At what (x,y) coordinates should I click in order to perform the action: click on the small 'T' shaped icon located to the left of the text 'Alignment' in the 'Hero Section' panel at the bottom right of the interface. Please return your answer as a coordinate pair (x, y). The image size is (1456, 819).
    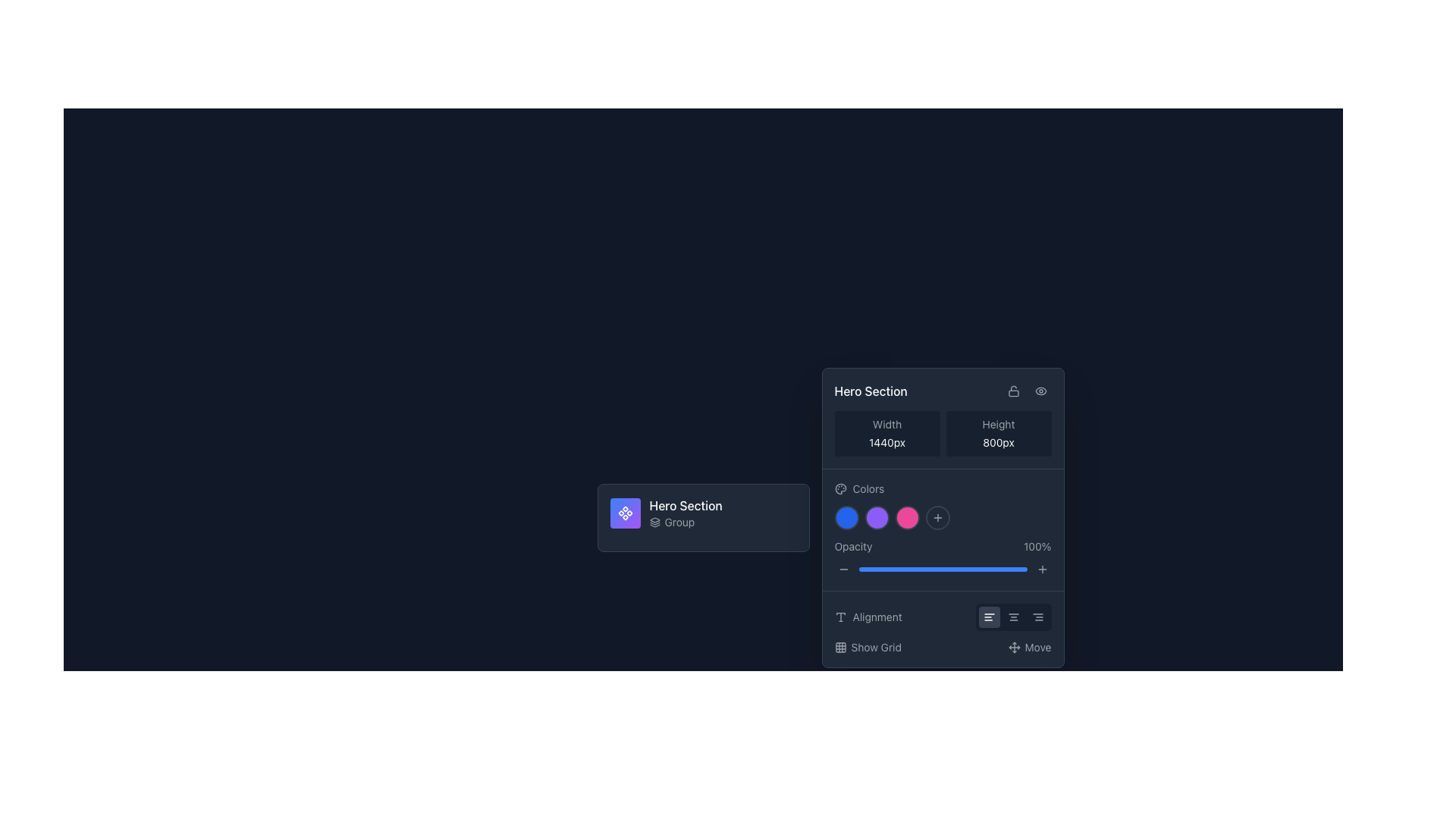
    Looking at the image, I should click on (839, 617).